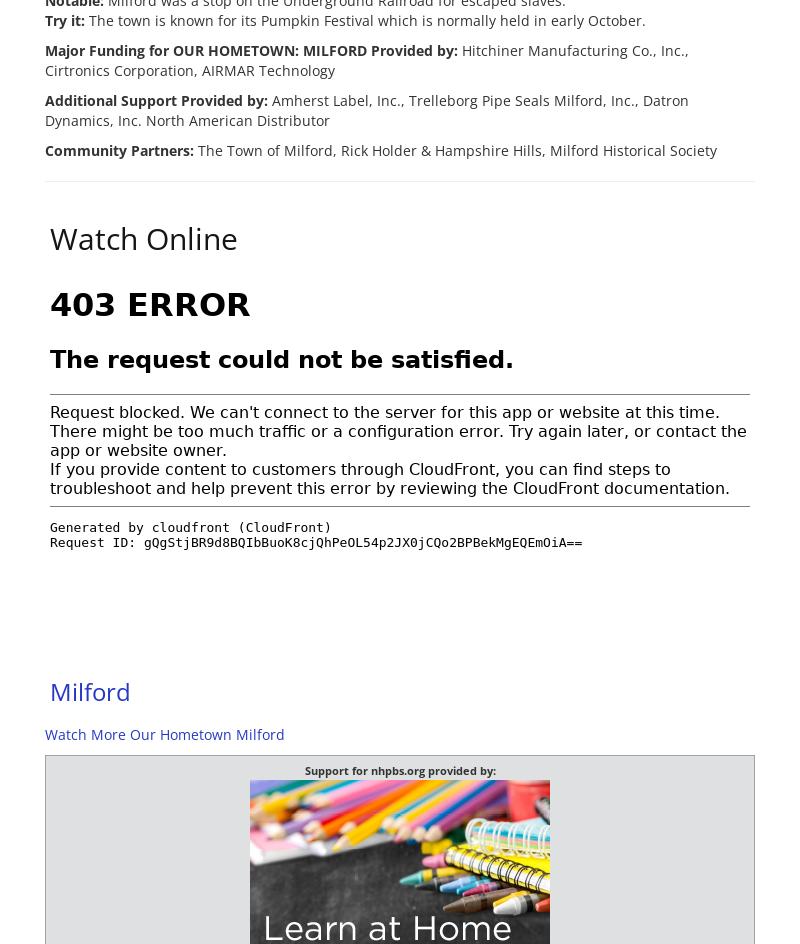 The image size is (800, 944). Describe the element at coordinates (454, 149) in the screenshot. I see `'The Town of Milford, Rick Holder & Hampshire Hills, Milford Historical Society'` at that location.